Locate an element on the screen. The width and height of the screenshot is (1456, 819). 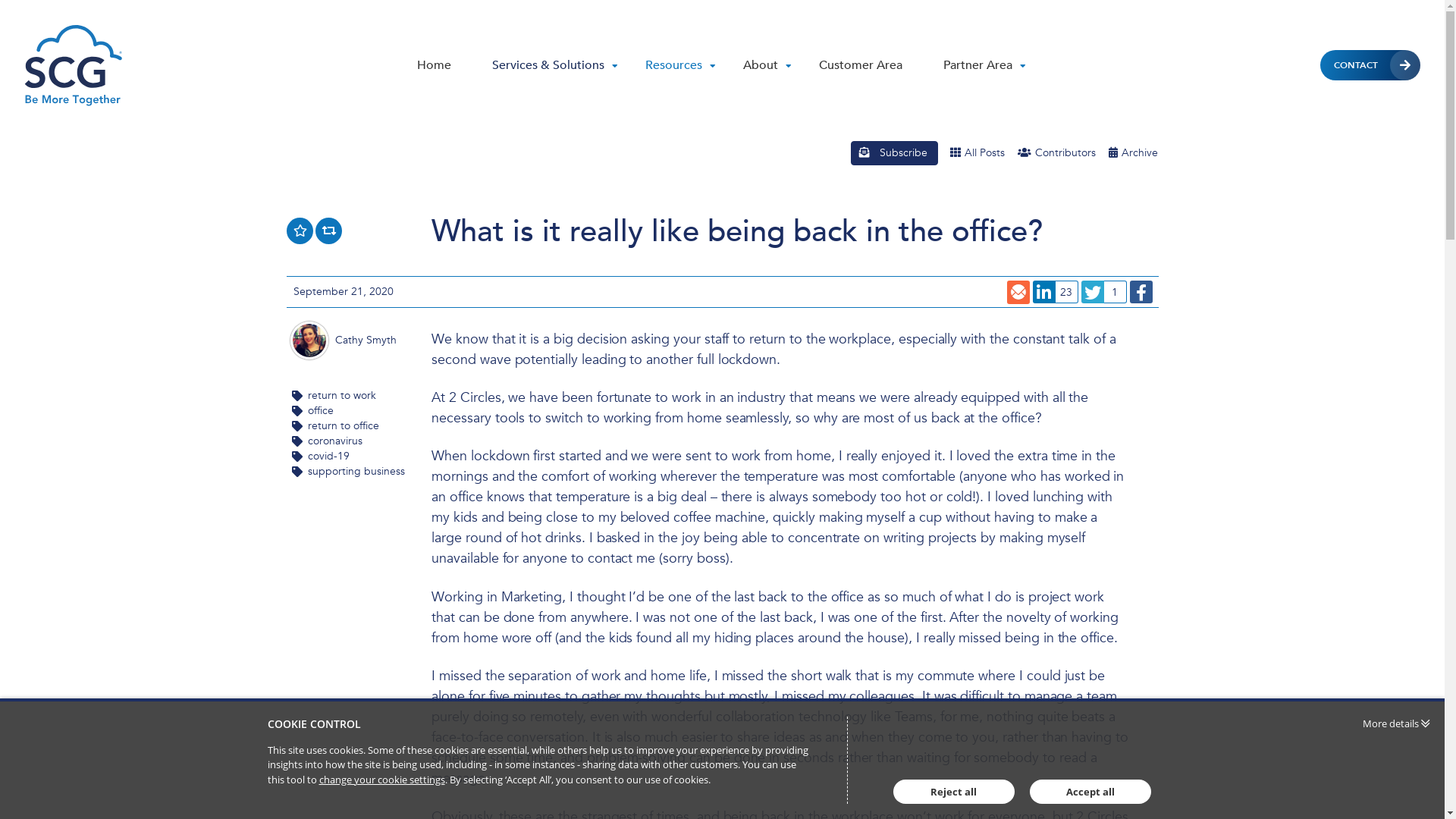
'supporting business' is located at coordinates (356, 470).